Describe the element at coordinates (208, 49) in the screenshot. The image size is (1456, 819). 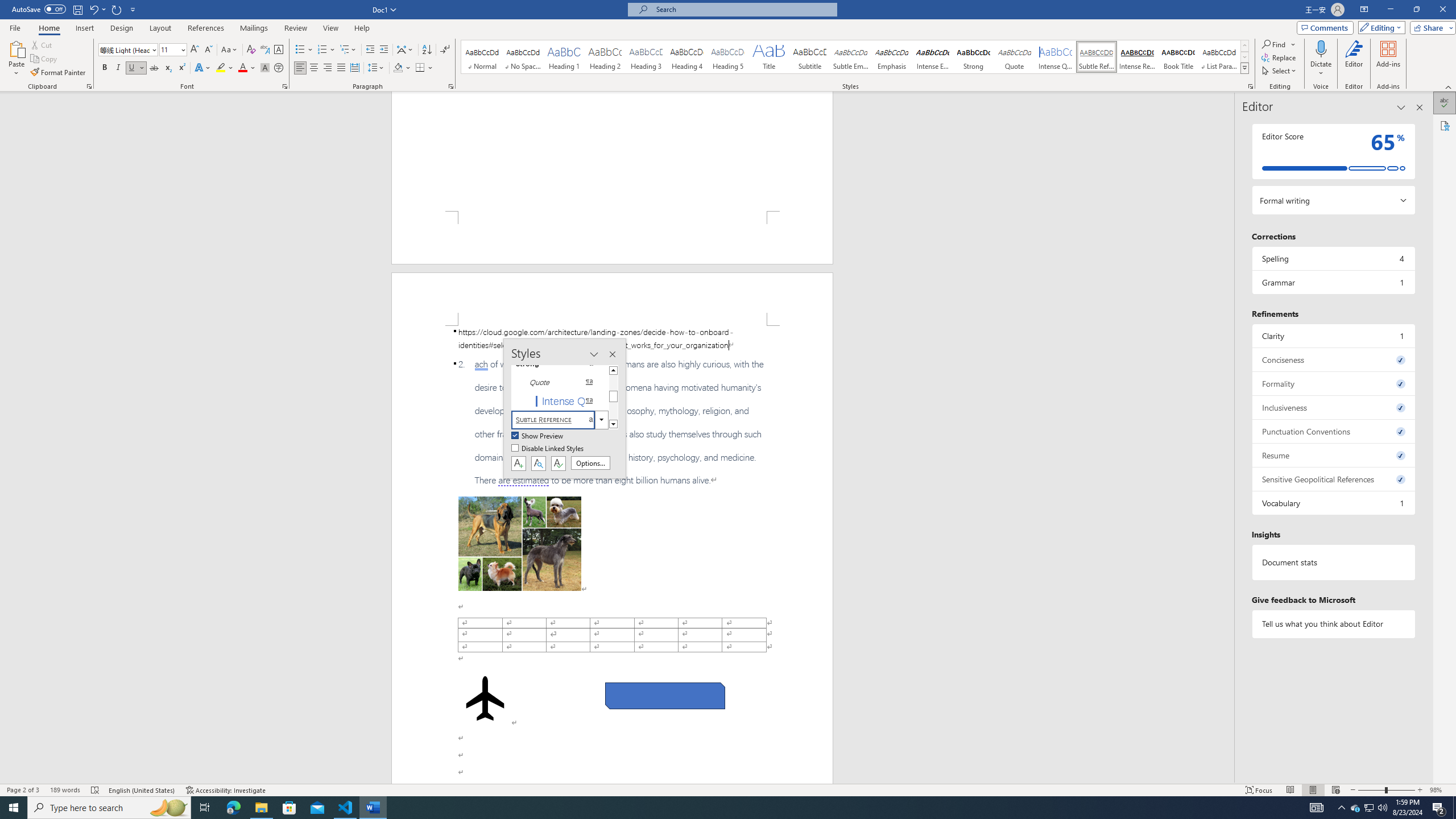
I see `'Shrink Font'` at that location.